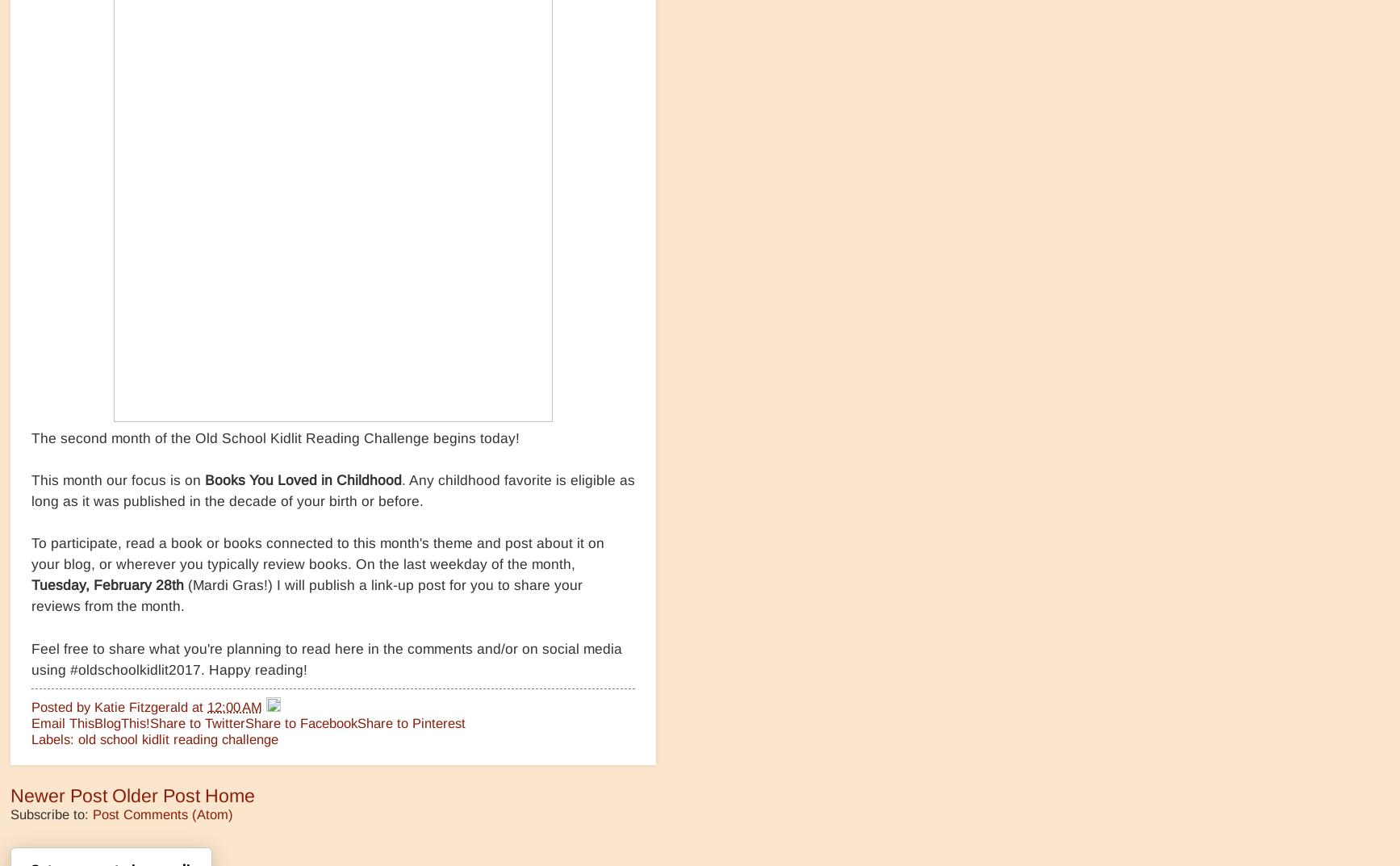 The image size is (1400, 866). Describe the element at coordinates (63, 722) in the screenshot. I see `'Email This'` at that location.